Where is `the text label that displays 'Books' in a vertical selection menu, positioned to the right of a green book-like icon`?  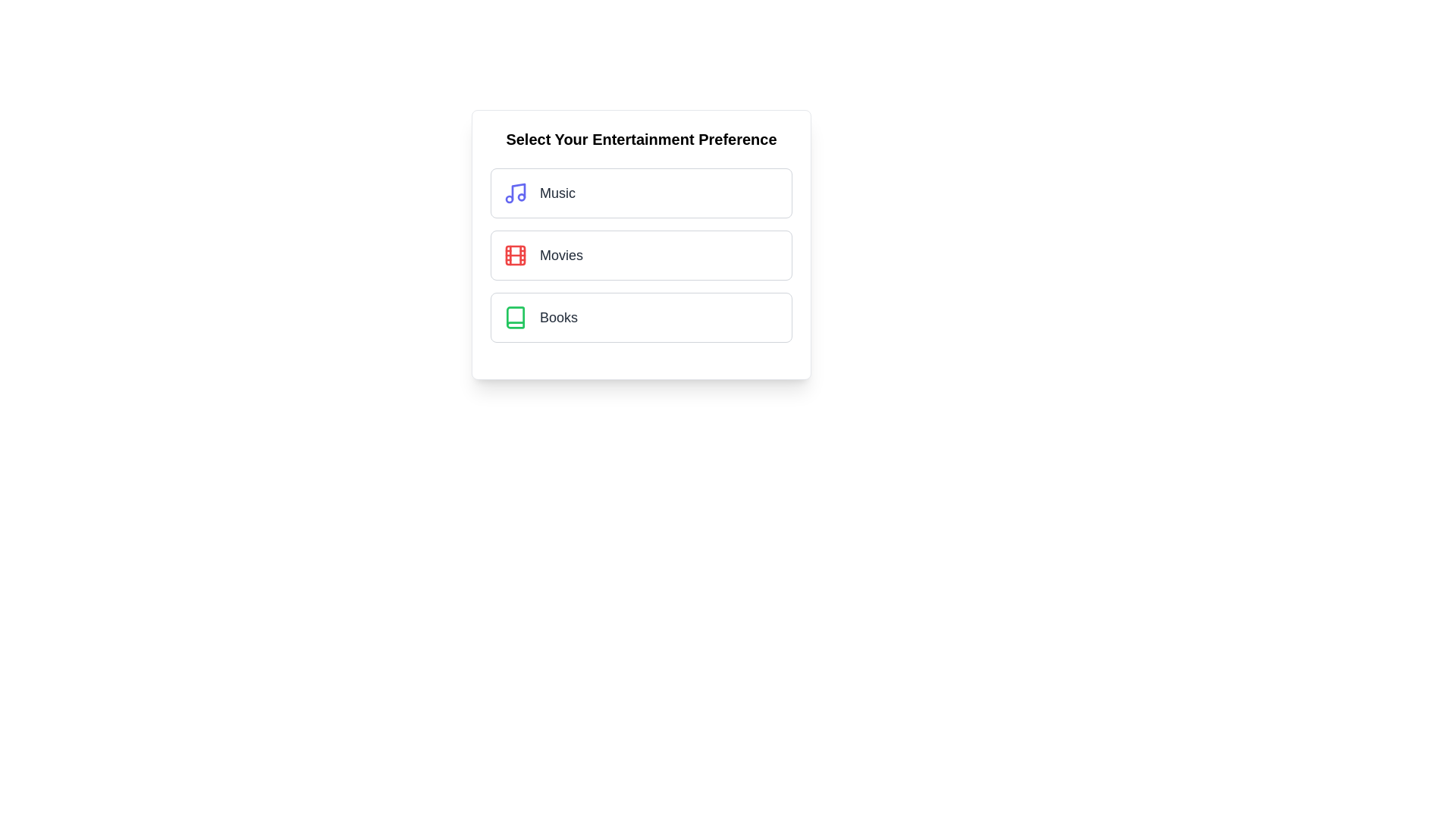 the text label that displays 'Books' in a vertical selection menu, positioned to the right of a green book-like icon is located at coordinates (558, 317).